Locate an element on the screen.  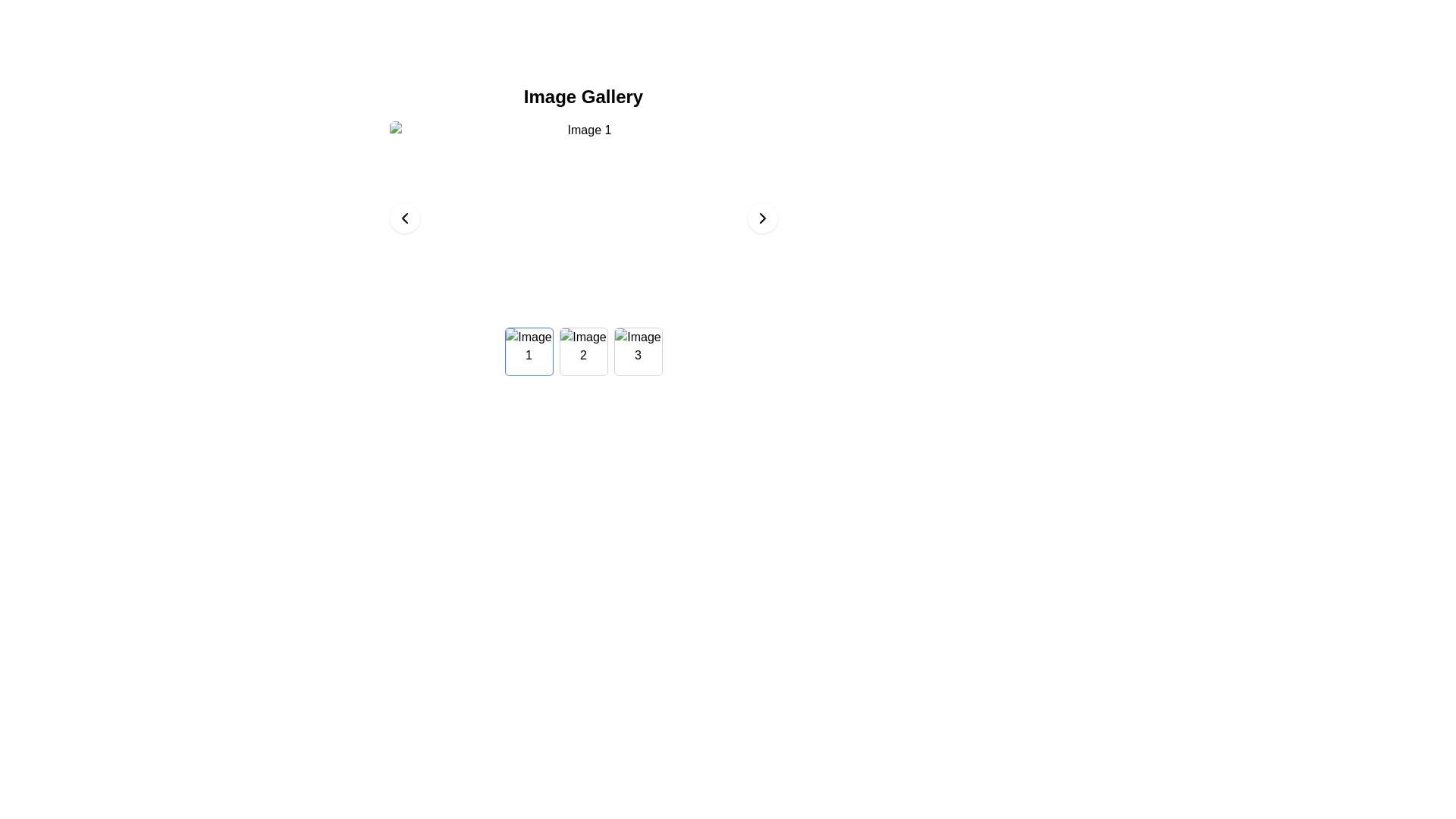
the leftward-pointing chevron arrow icon within the circular button is located at coordinates (404, 218).